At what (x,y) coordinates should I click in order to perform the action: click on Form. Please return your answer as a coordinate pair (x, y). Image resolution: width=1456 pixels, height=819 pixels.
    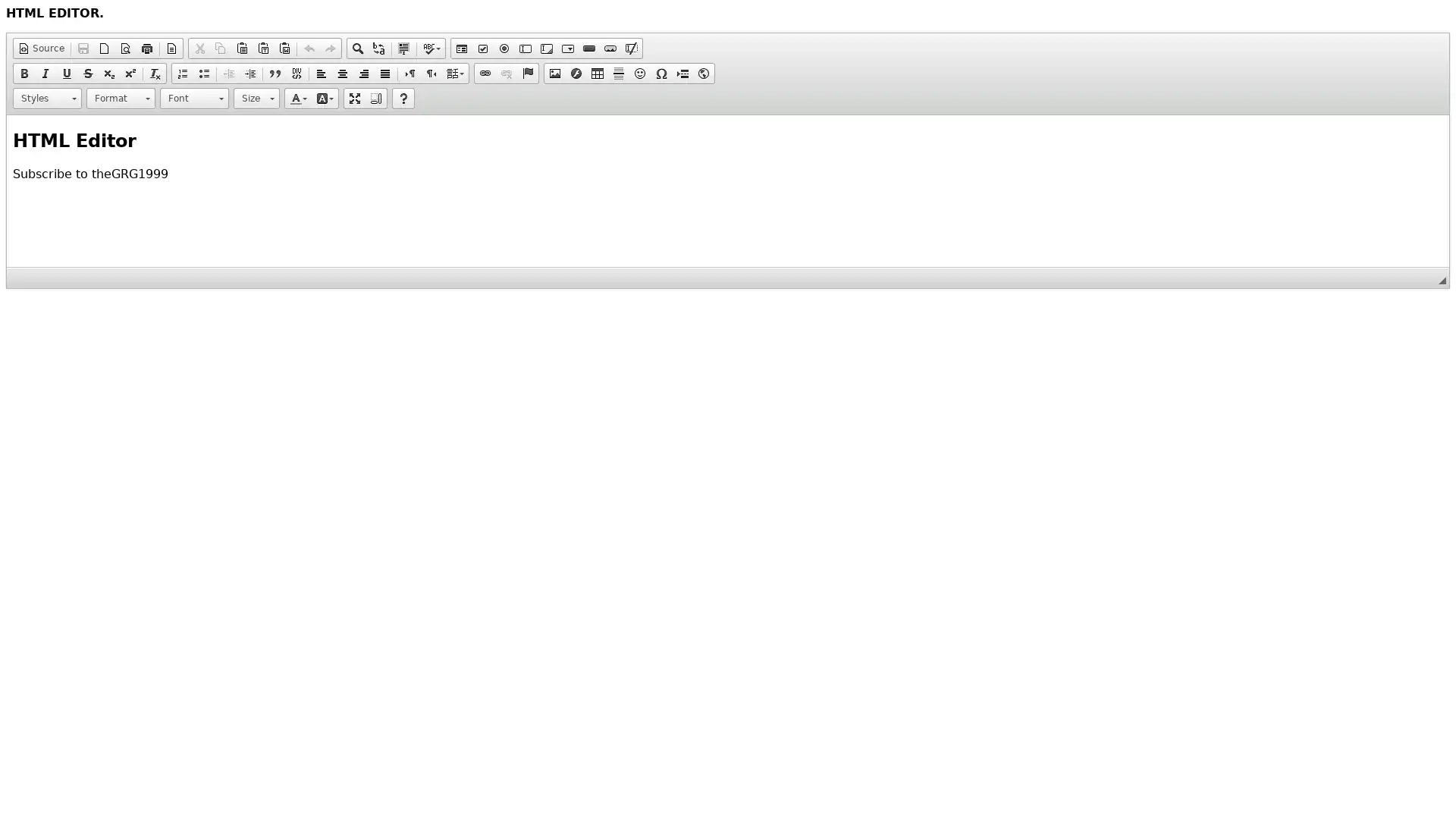
    Looking at the image, I should click on (461, 48).